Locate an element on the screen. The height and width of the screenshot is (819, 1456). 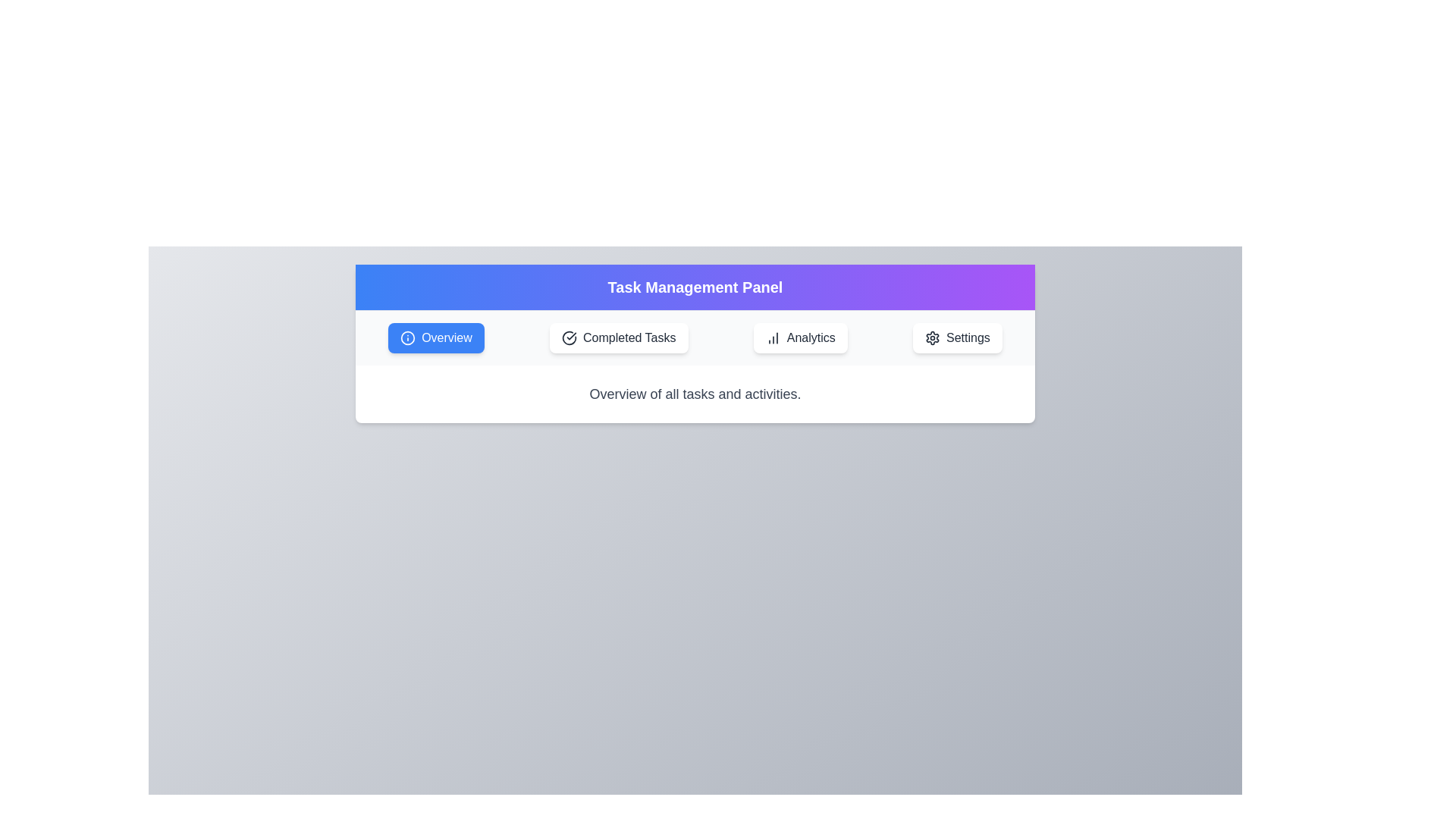
the 'Completed Tasks' button which contains the circular checkmark icon indicating a completed task or successful action is located at coordinates (569, 337).